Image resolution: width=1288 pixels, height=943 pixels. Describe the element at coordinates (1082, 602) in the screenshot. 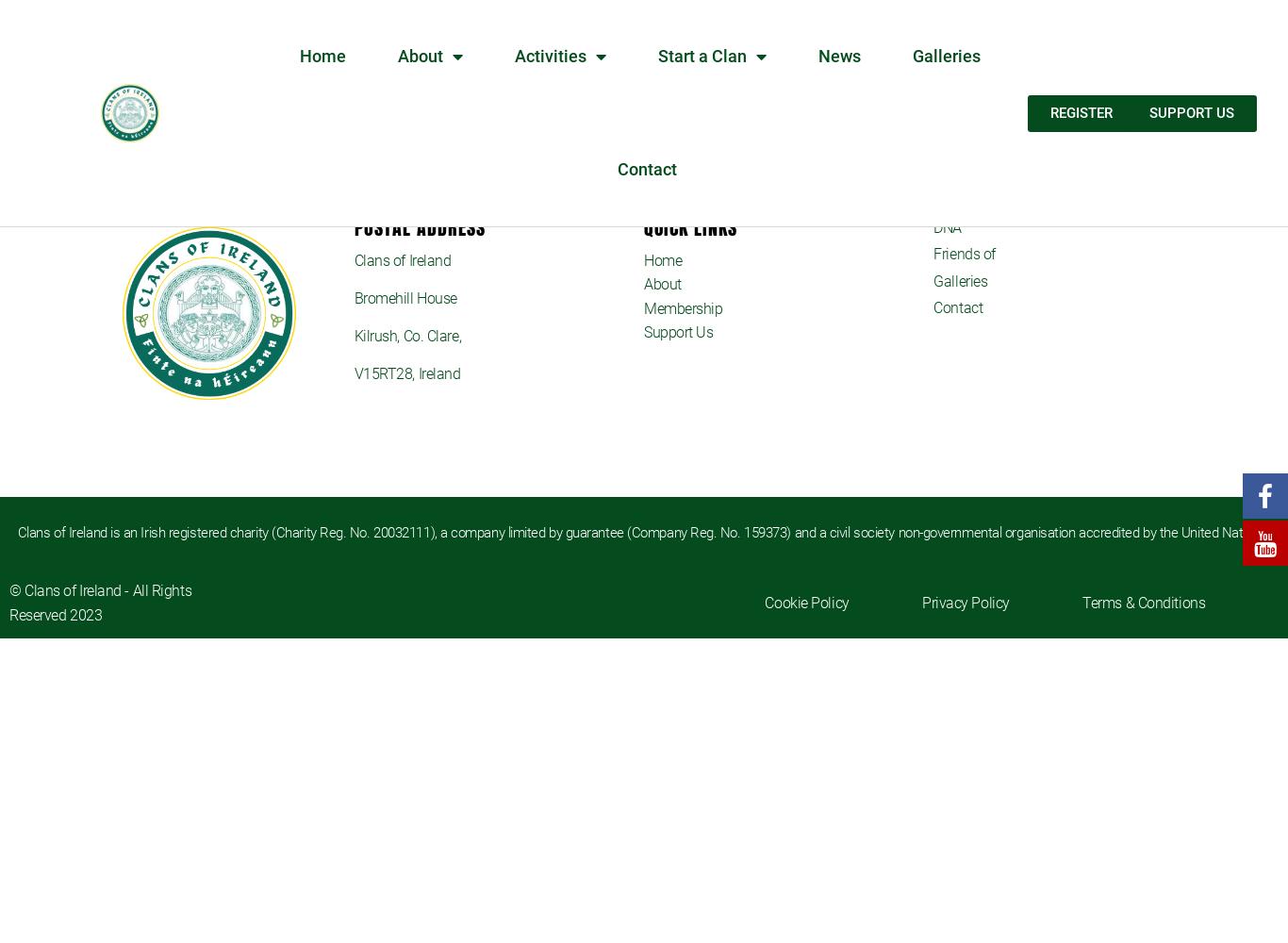

I see `'Terms & Conditions'` at that location.